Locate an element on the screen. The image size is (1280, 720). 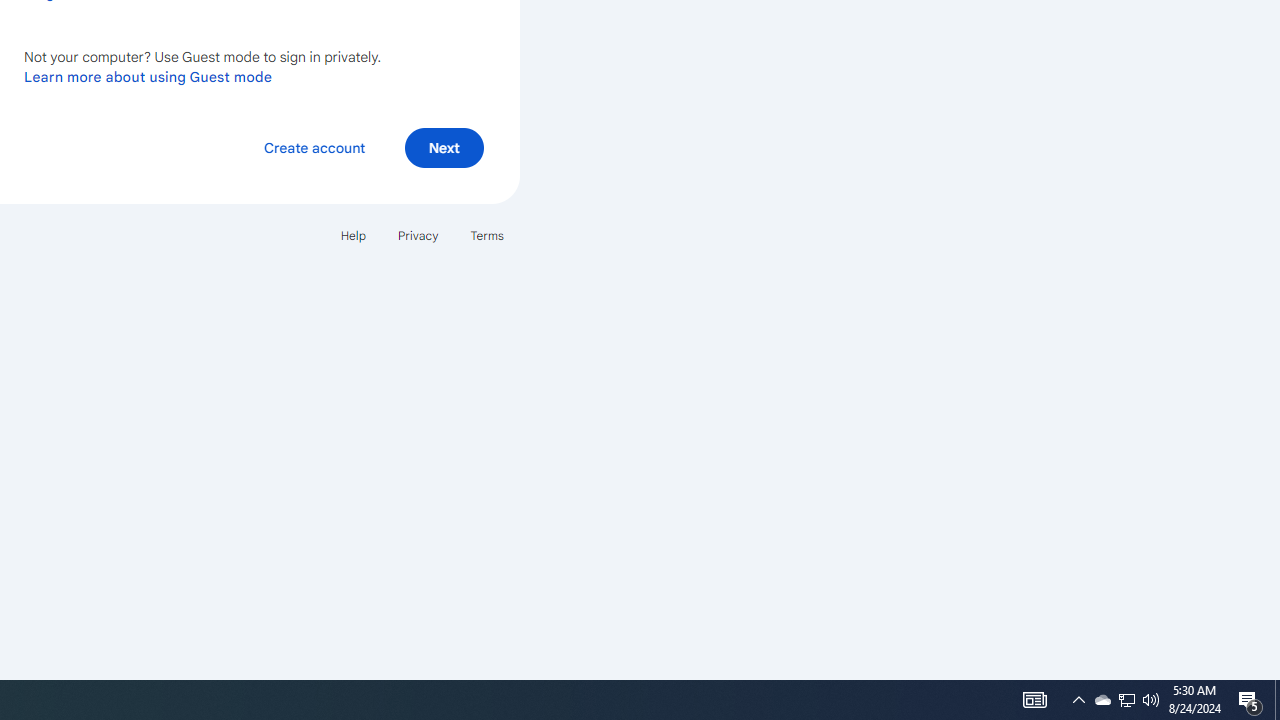
'Next' is located at coordinates (443, 146).